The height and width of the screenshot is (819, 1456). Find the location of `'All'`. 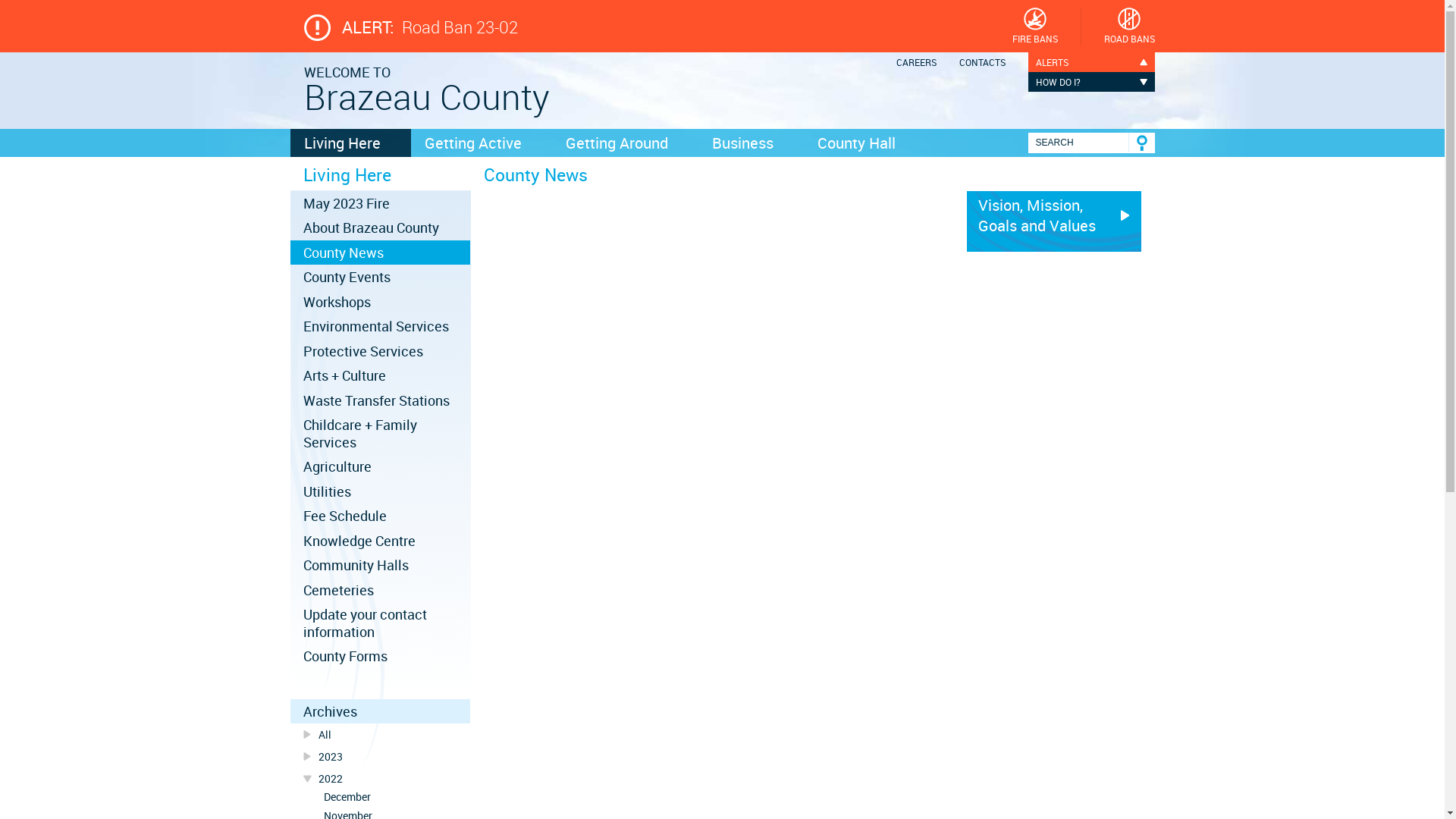

'All' is located at coordinates (379, 733).